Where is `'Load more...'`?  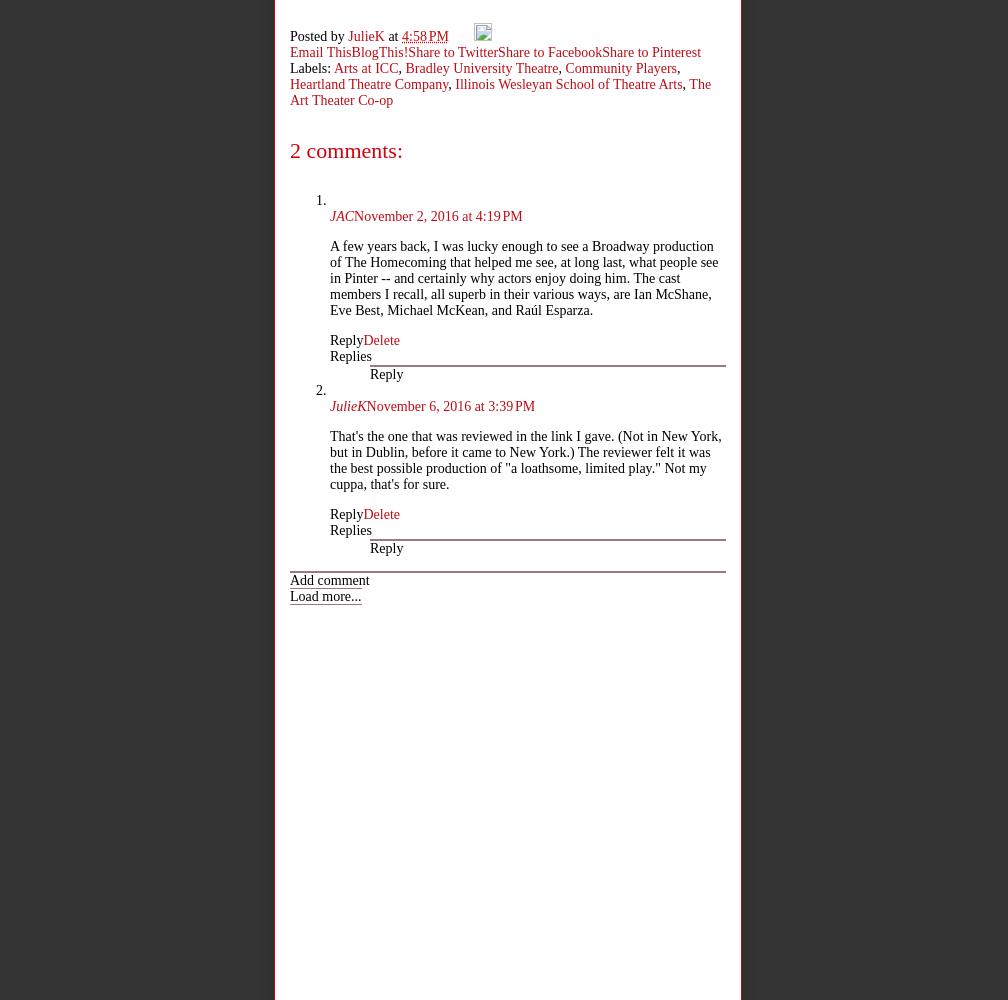 'Load more...' is located at coordinates (325, 595).